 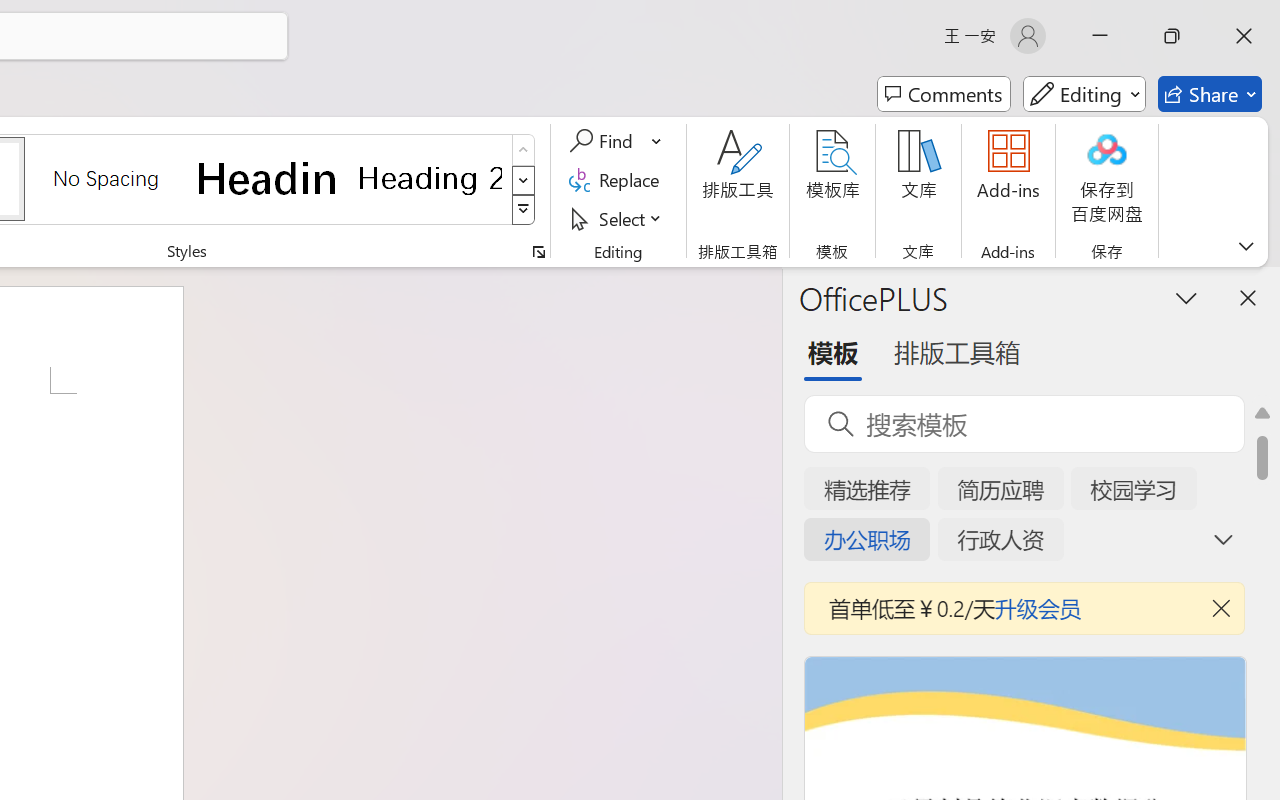 I want to click on 'Ribbon Display Options', so click(x=1245, y=245).